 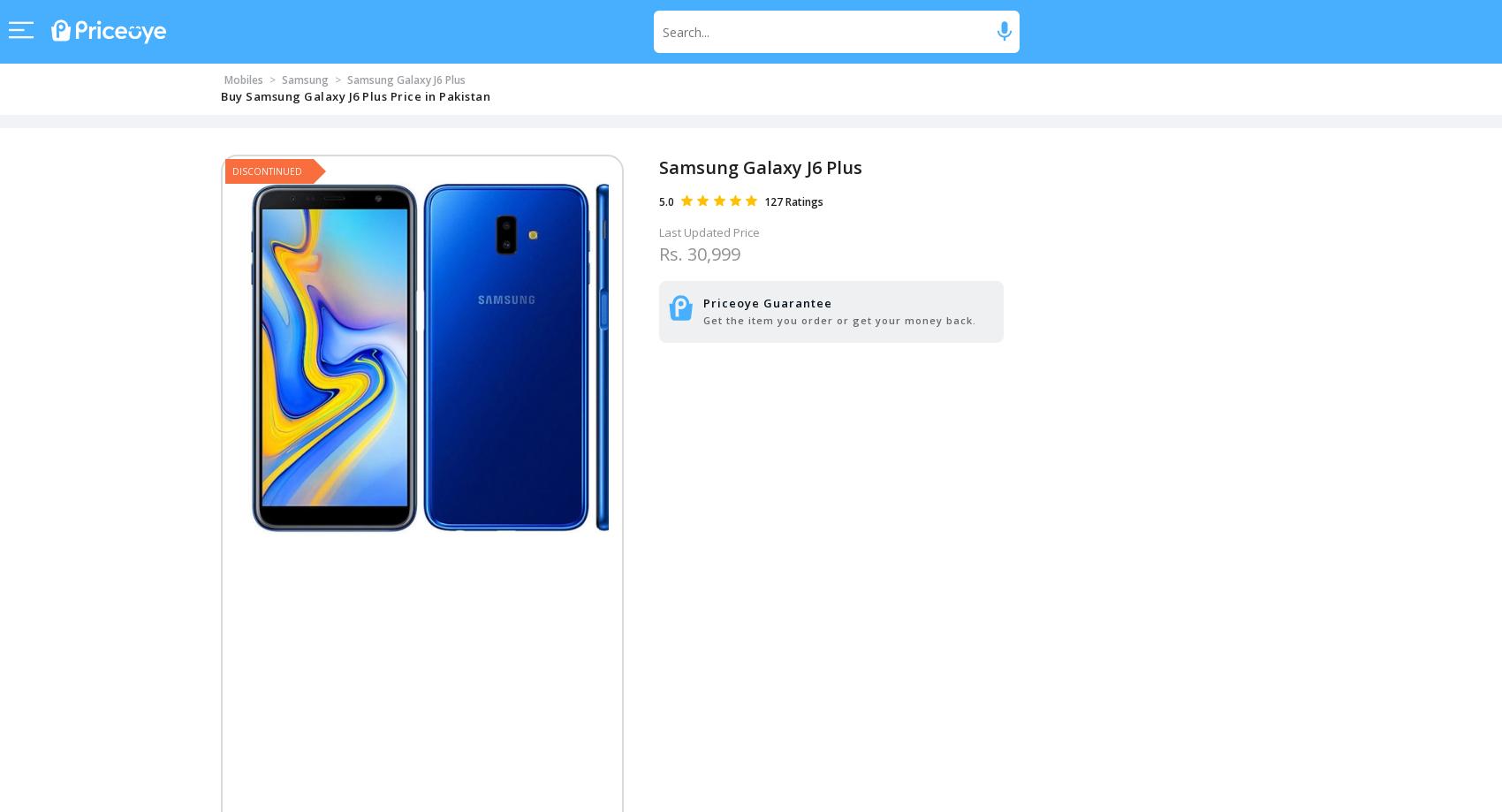 What do you see at coordinates (267, 170) in the screenshot?
I see `'DISCONTINUED'` at bounding box center [267, 170].